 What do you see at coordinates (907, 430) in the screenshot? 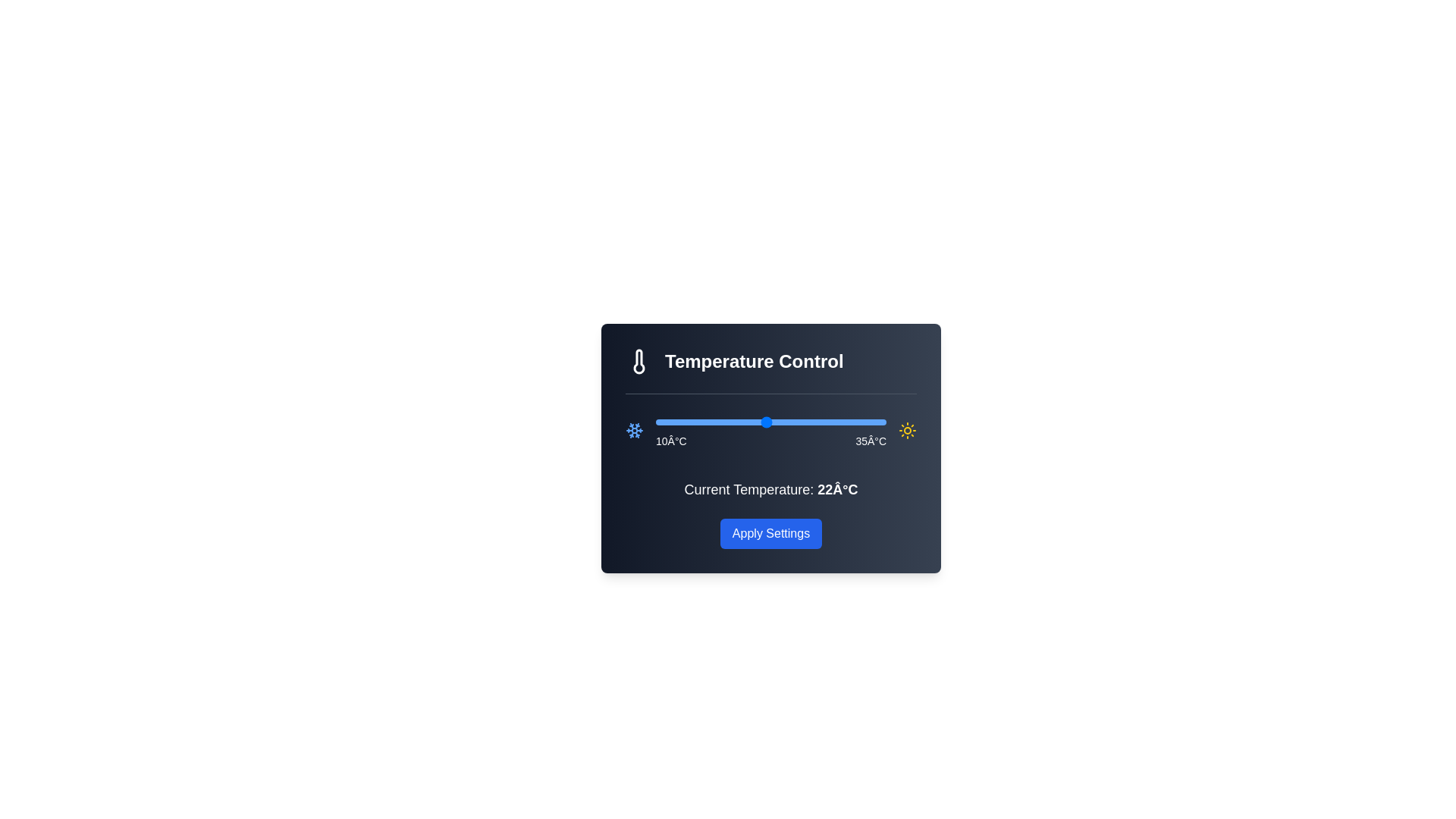
I see `the sun icon to interact with it` at bounding box center [907, 430].